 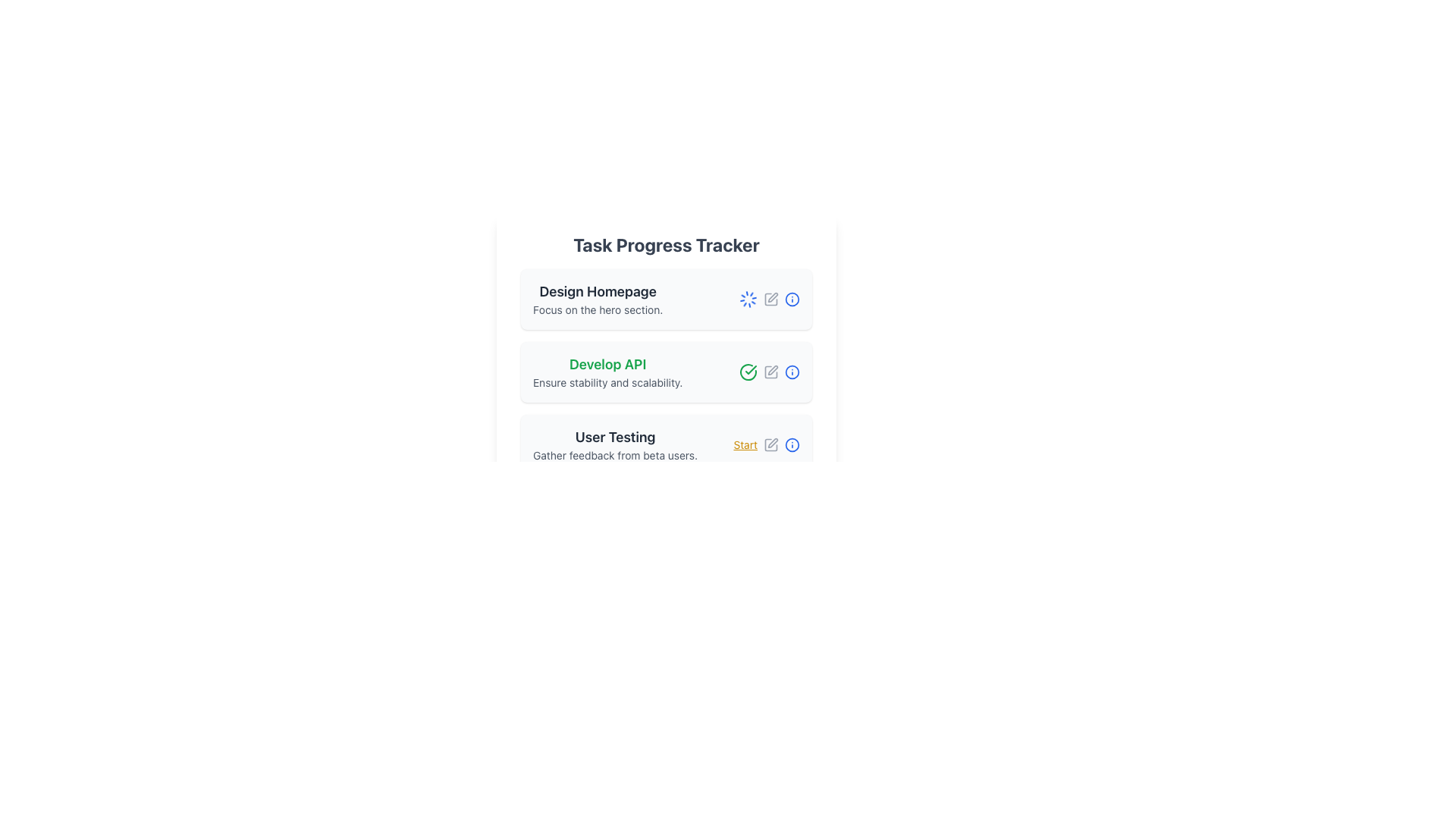 What do you see at coordinates (615, 455) in the screenshot?
I see `the text label that says 'Gather feedback from beta users.' which is located below the title 'User Testing.'` at bounding box center [615, 455].